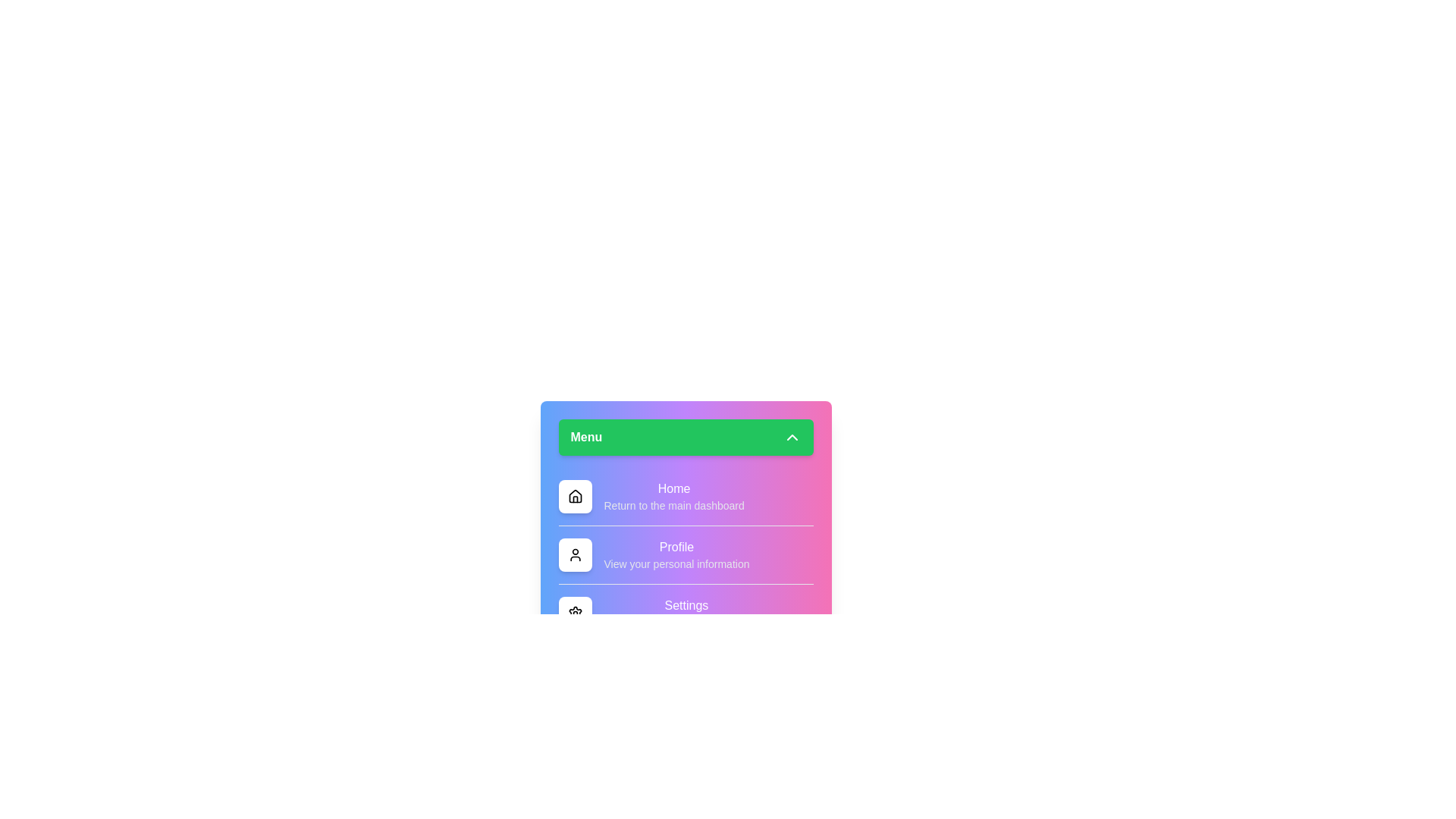  What do you see at coordinates (685, 438) in the screenshot?
I see `green 'Menu' button to toggle the menu` at bounding box center [685, 438].